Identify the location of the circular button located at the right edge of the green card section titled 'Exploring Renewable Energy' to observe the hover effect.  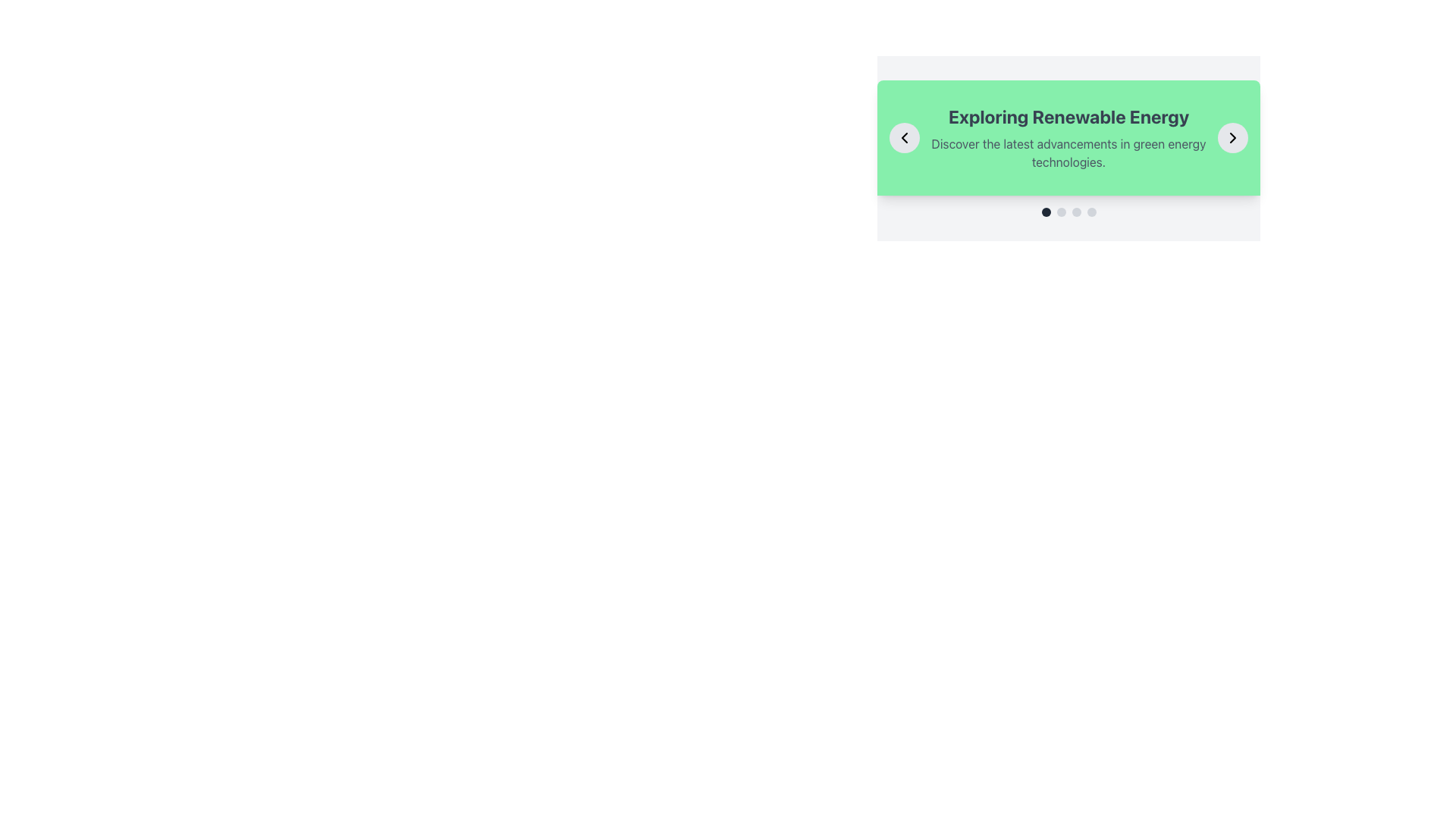
(1233, 137).